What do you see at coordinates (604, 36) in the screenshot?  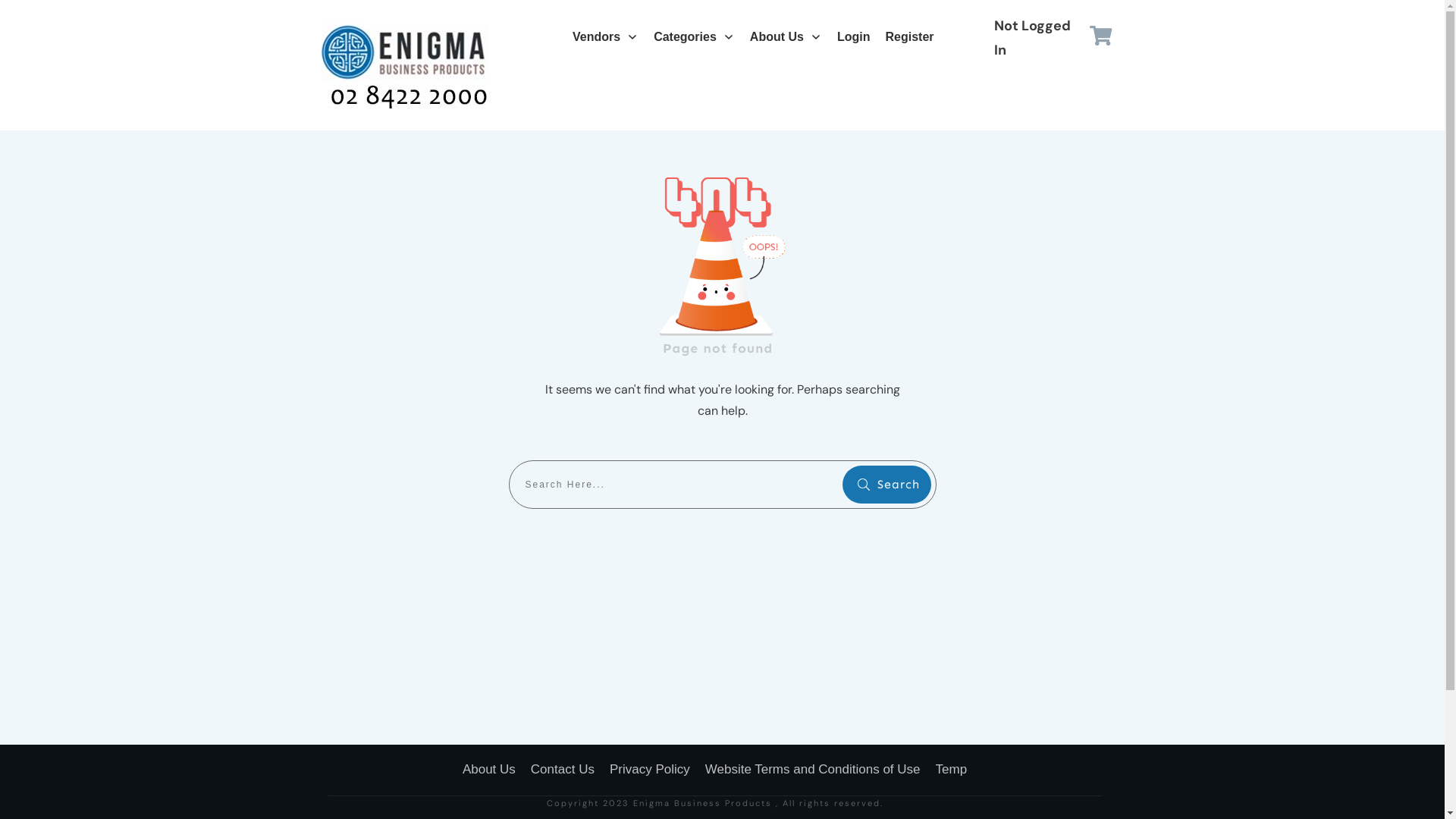 I see `'Vendors'` at bounding box center [604, 36].